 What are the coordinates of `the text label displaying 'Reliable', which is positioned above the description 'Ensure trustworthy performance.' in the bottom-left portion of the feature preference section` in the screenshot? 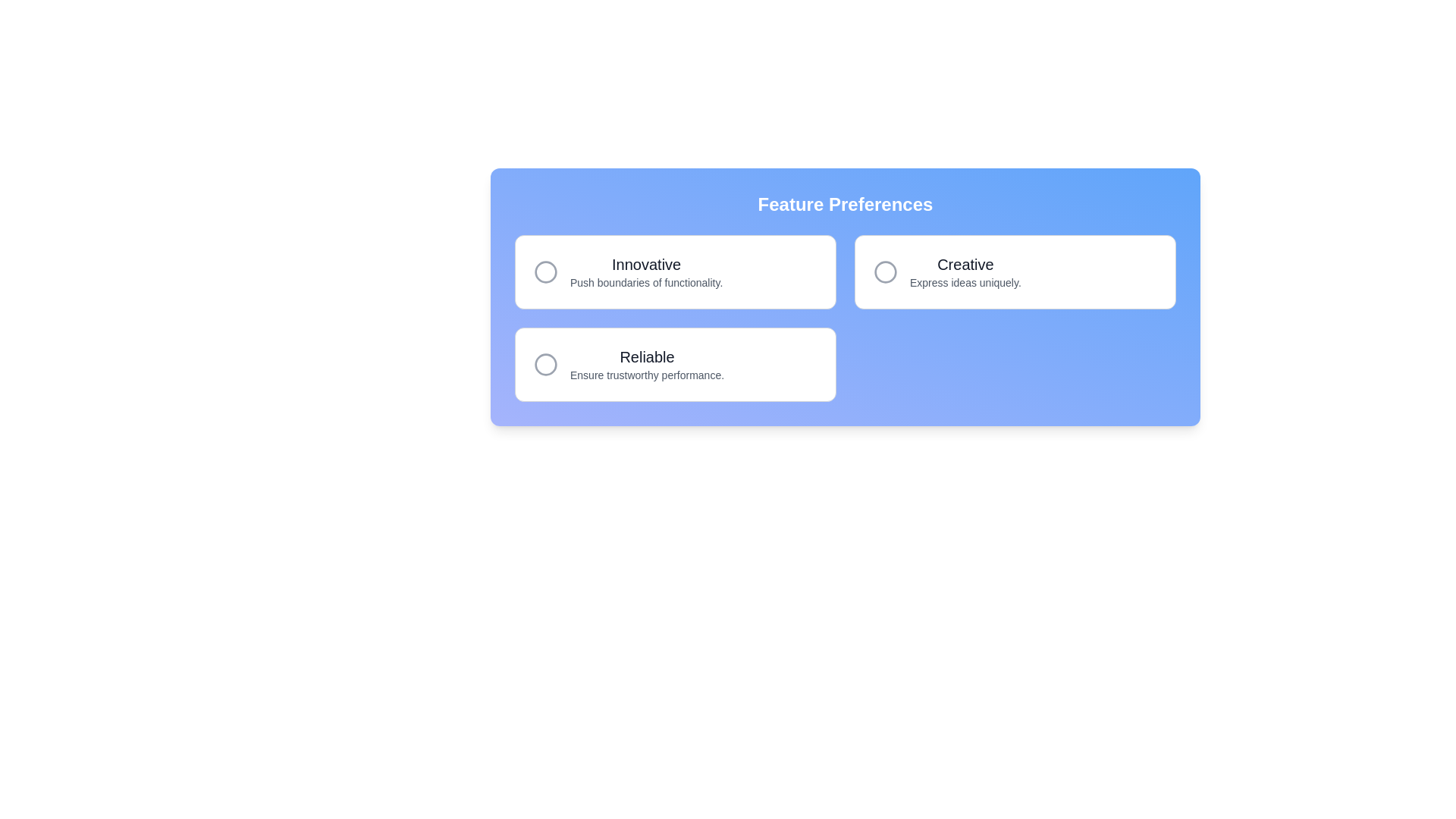 It's located at (647, 356).